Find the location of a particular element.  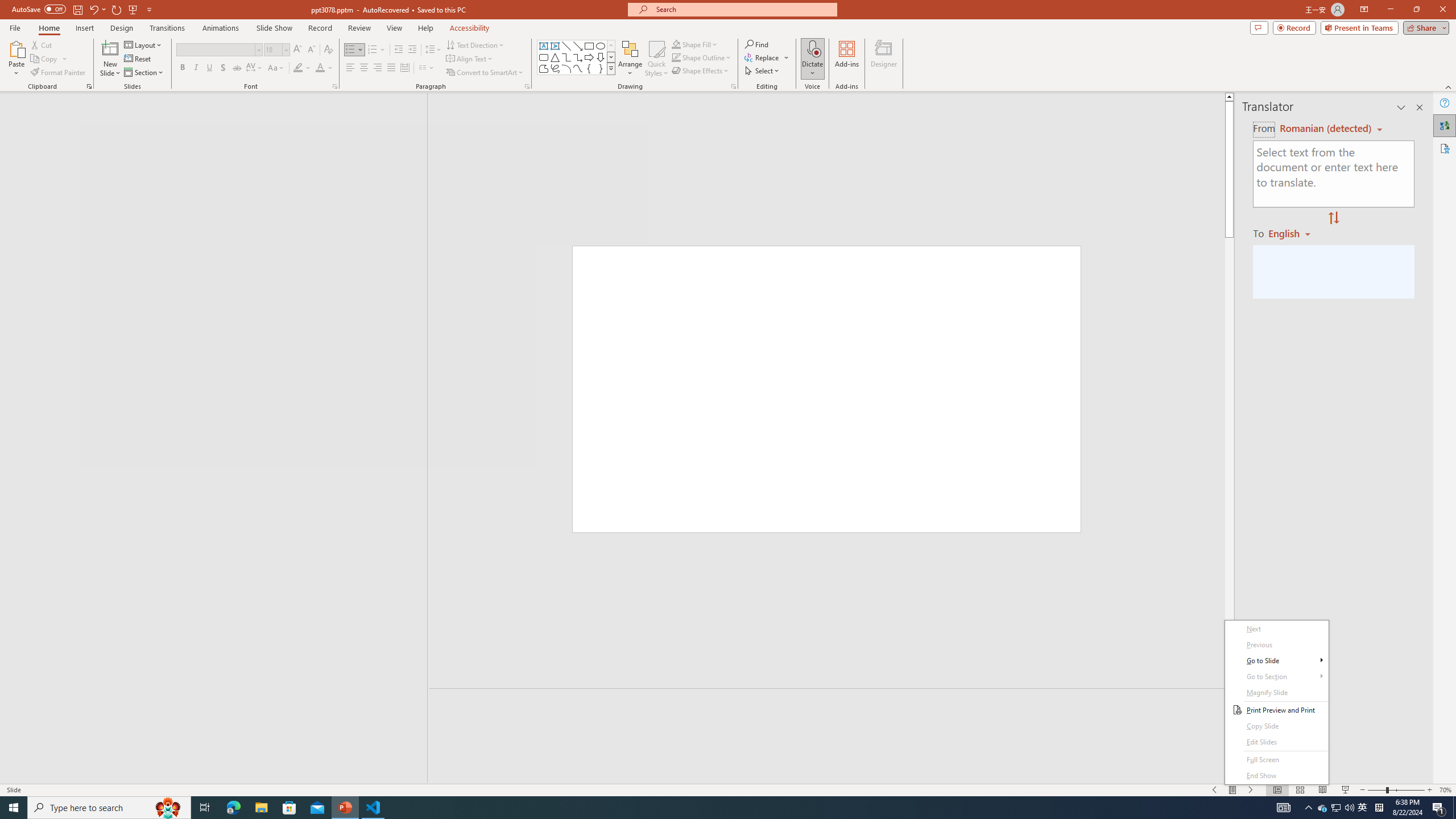

'Zoom 70%' is located at coordinates (1445, 790).